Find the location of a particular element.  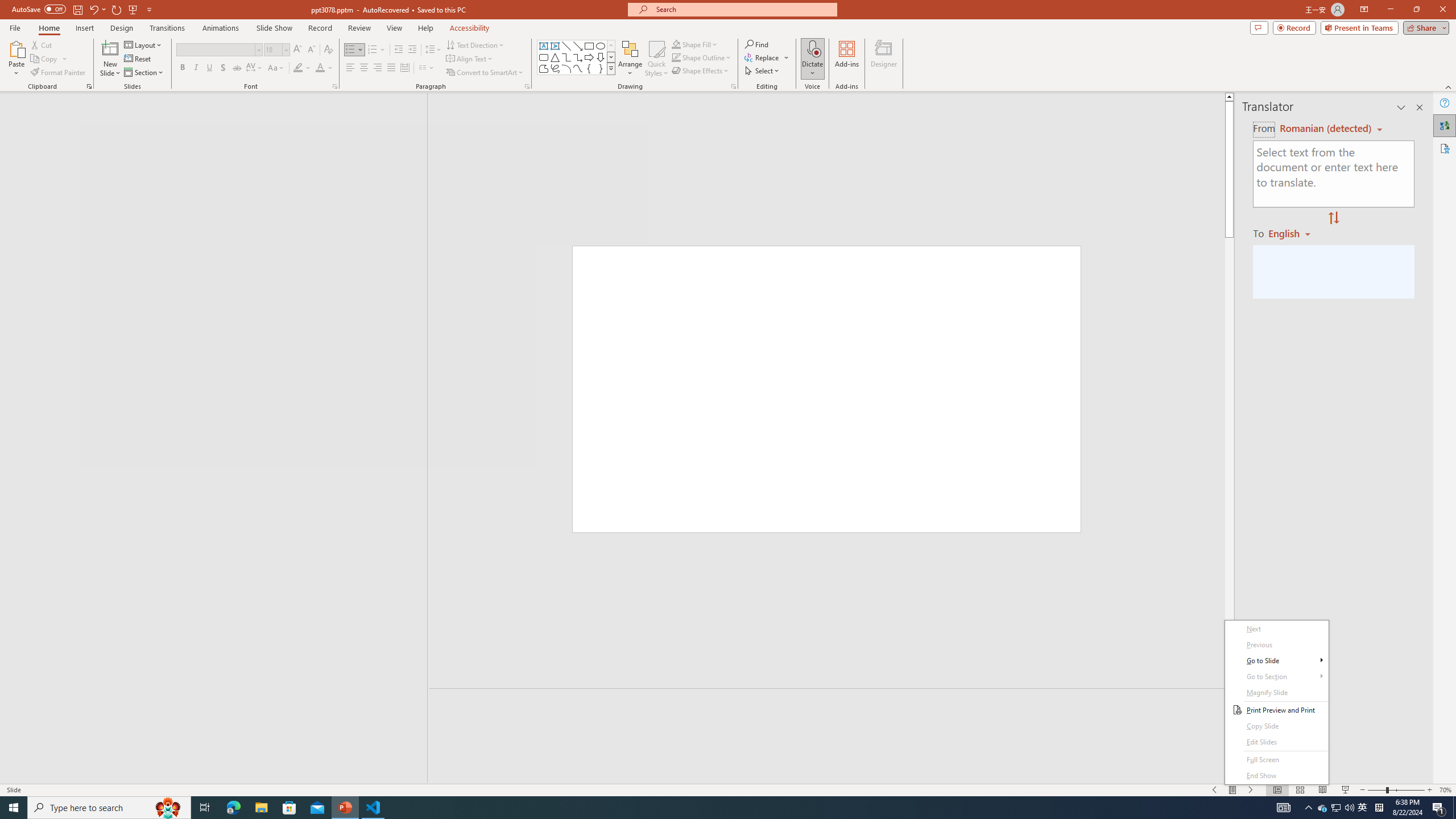

'Zoom 70%' is located at coordinates (1445, 790).